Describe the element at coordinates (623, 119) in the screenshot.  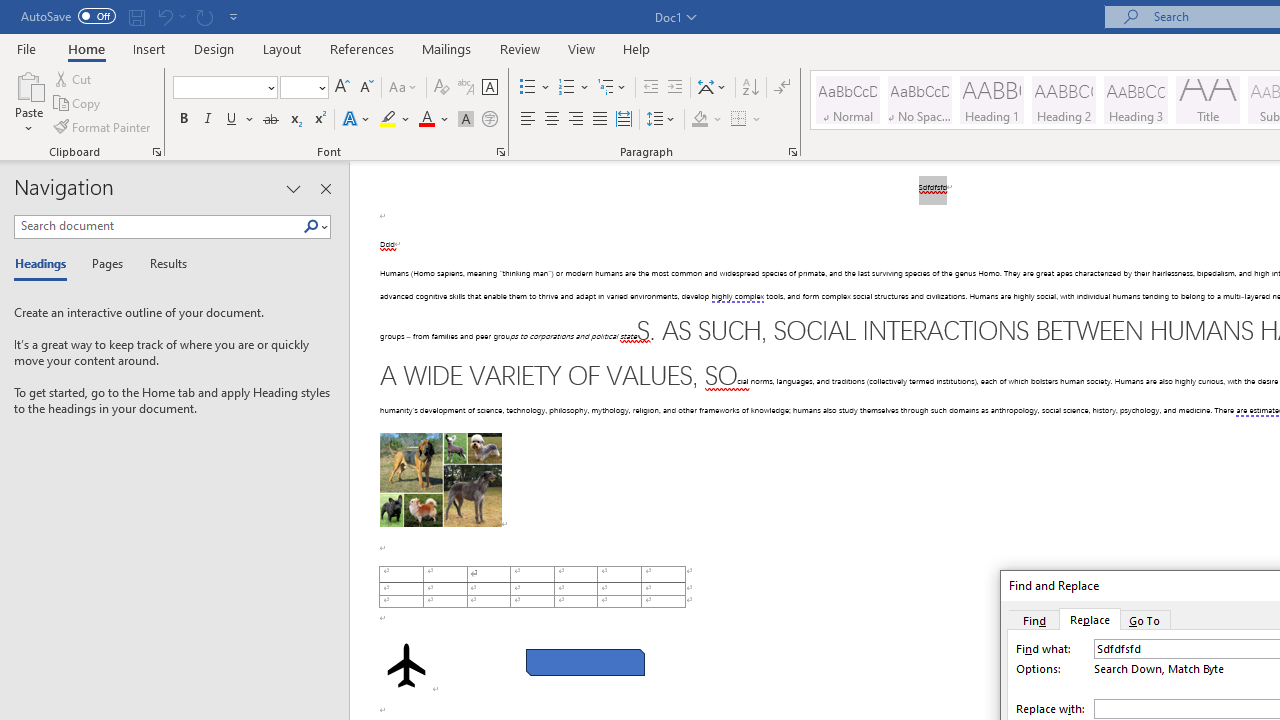
I see `'Distributed'` at that location.